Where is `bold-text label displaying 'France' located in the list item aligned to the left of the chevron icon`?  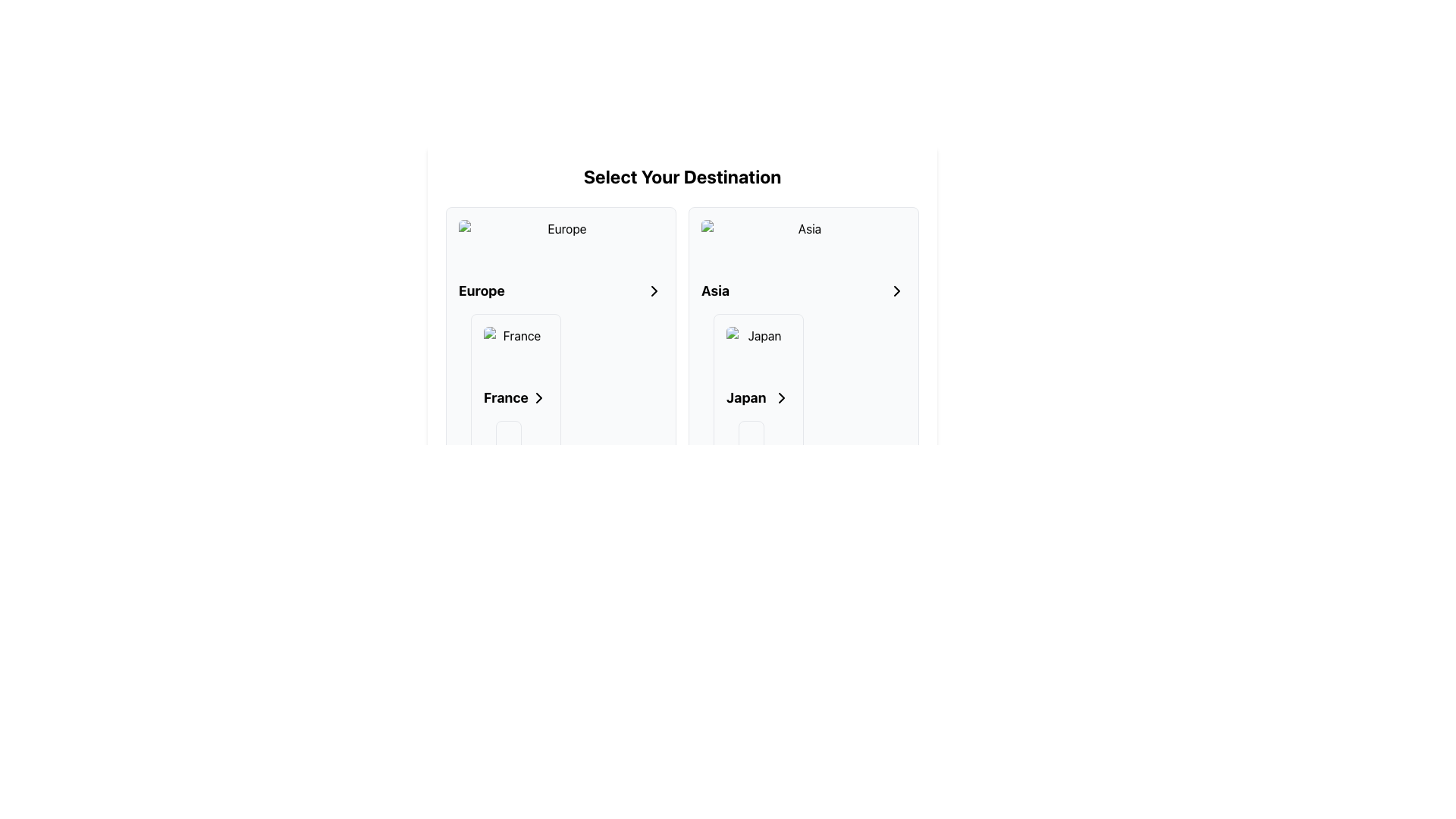
bold-text label displaying 'France' located in the list item aligned to the left of the chevron icon is located at coordinates (506, 397).